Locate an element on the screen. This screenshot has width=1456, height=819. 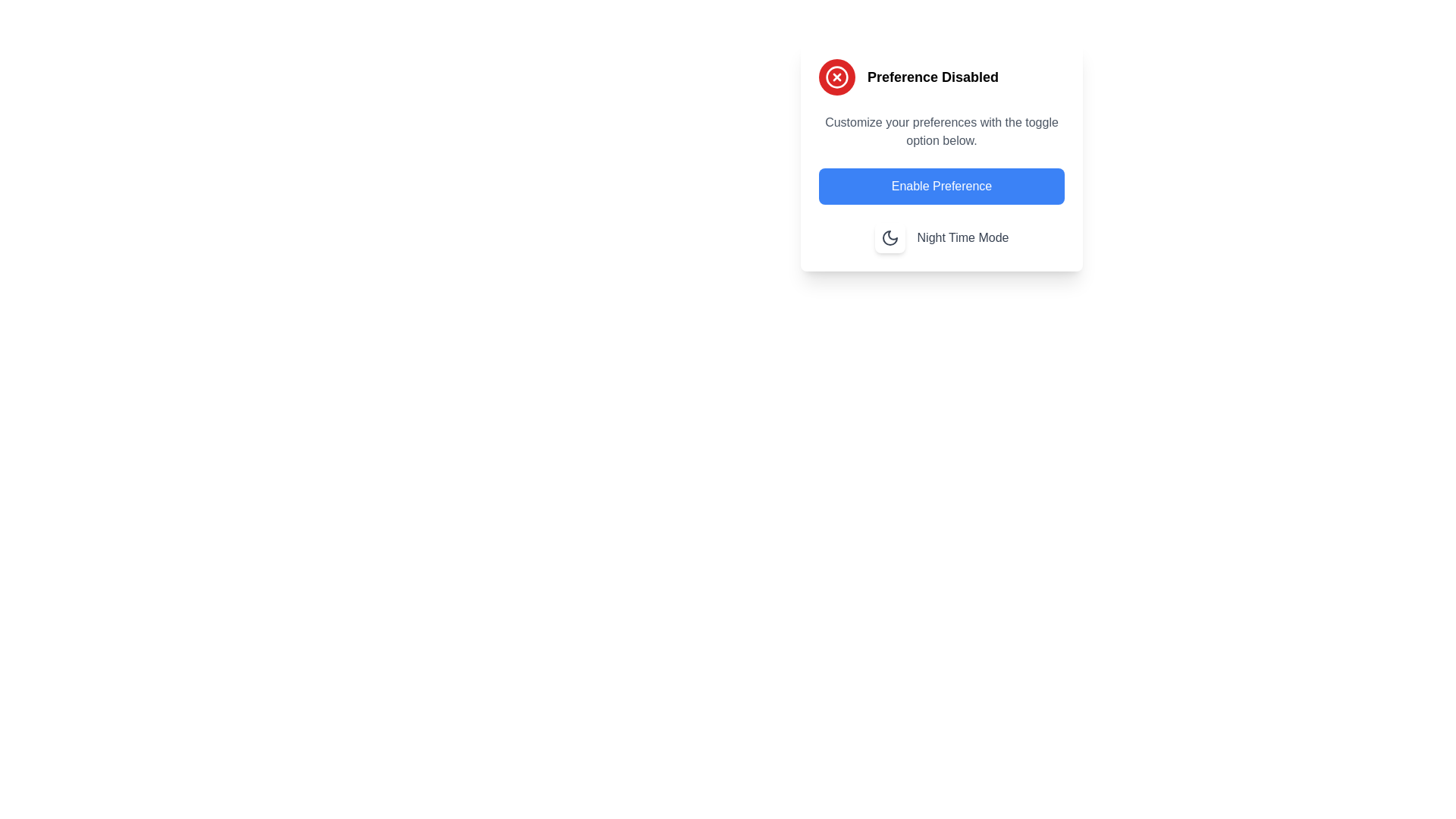
the 'Night Time Mode' icon located in the bottom-right section of the modal interface, next to the text 'Night Time Mode' and below the 'Enable Preference' button is located at coordinates (890, 237).